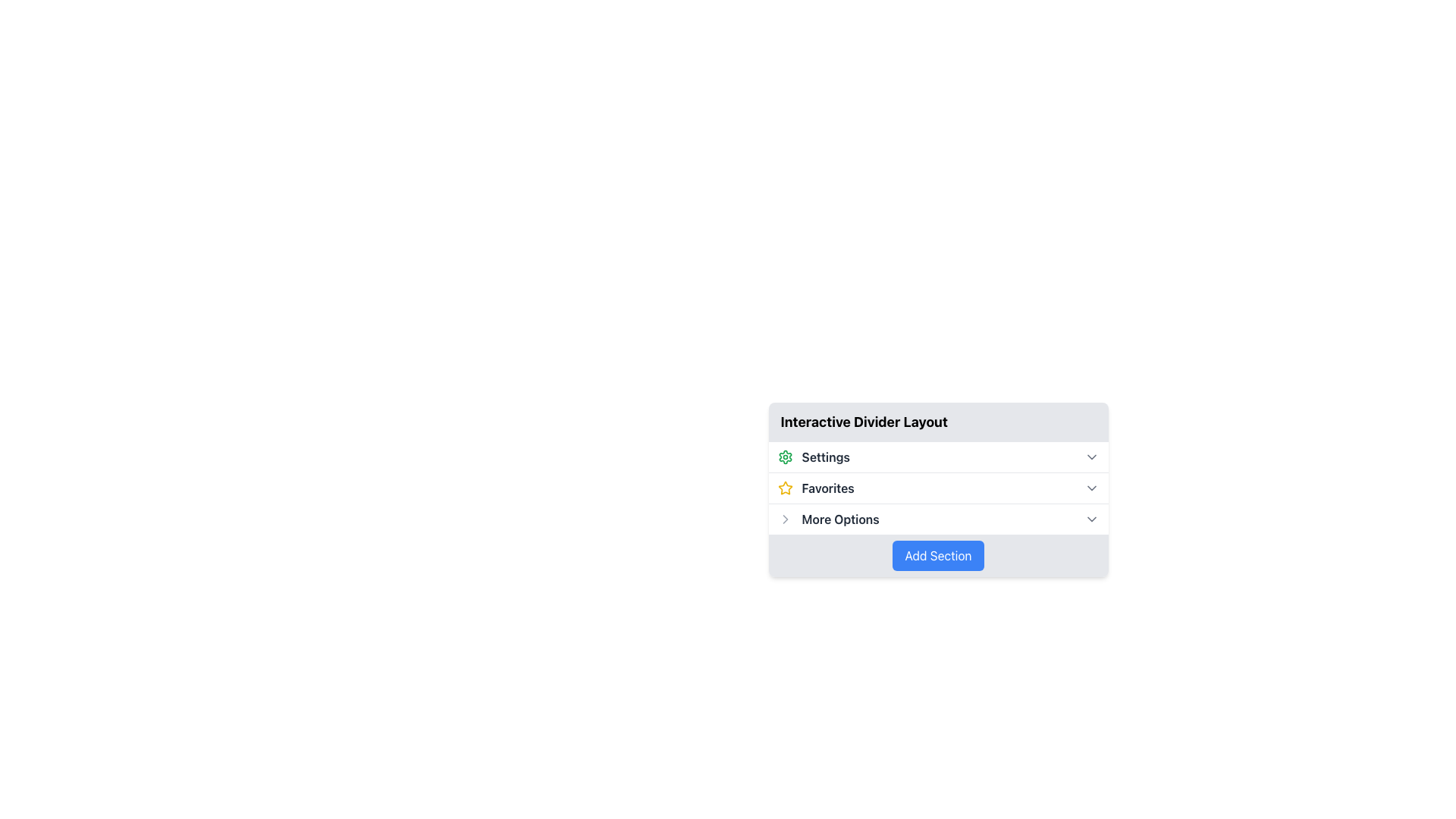  Describe the element at coordinates (937, 488) in the screenshot. I see `the segmented list component containing 'Settings,' 'Favorites,' and 'More Options'` at that location.